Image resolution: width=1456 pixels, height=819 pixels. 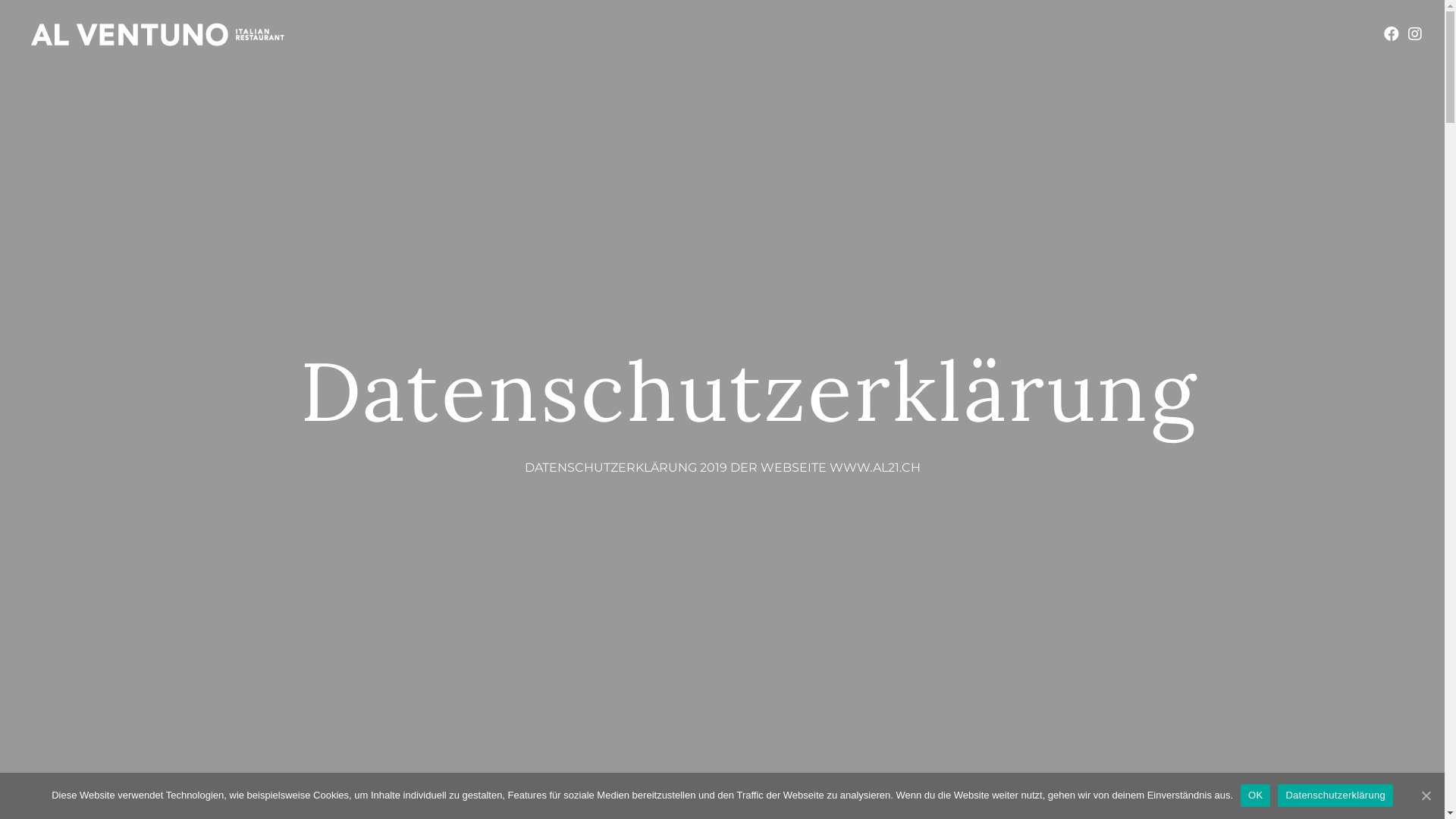 What do you see at coordinates (1255, 795) in the screenshot?
I see `'OK'` at bounding box center [1255, 795].